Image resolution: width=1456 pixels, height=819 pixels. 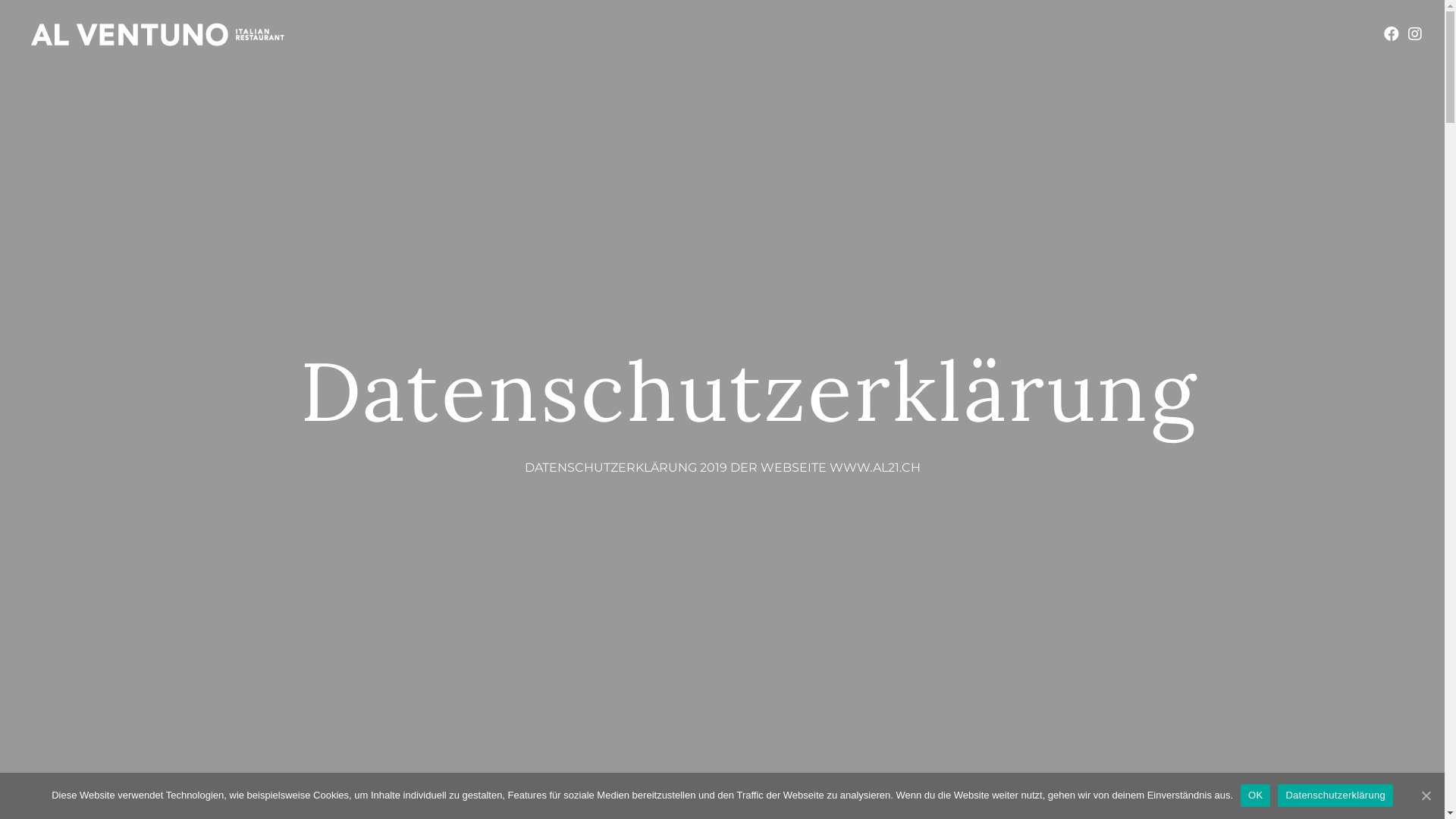 What do you see at coordinates (1255, 795) in the screenshot?
I see `'OK'` at bounding box center [1255, 795].